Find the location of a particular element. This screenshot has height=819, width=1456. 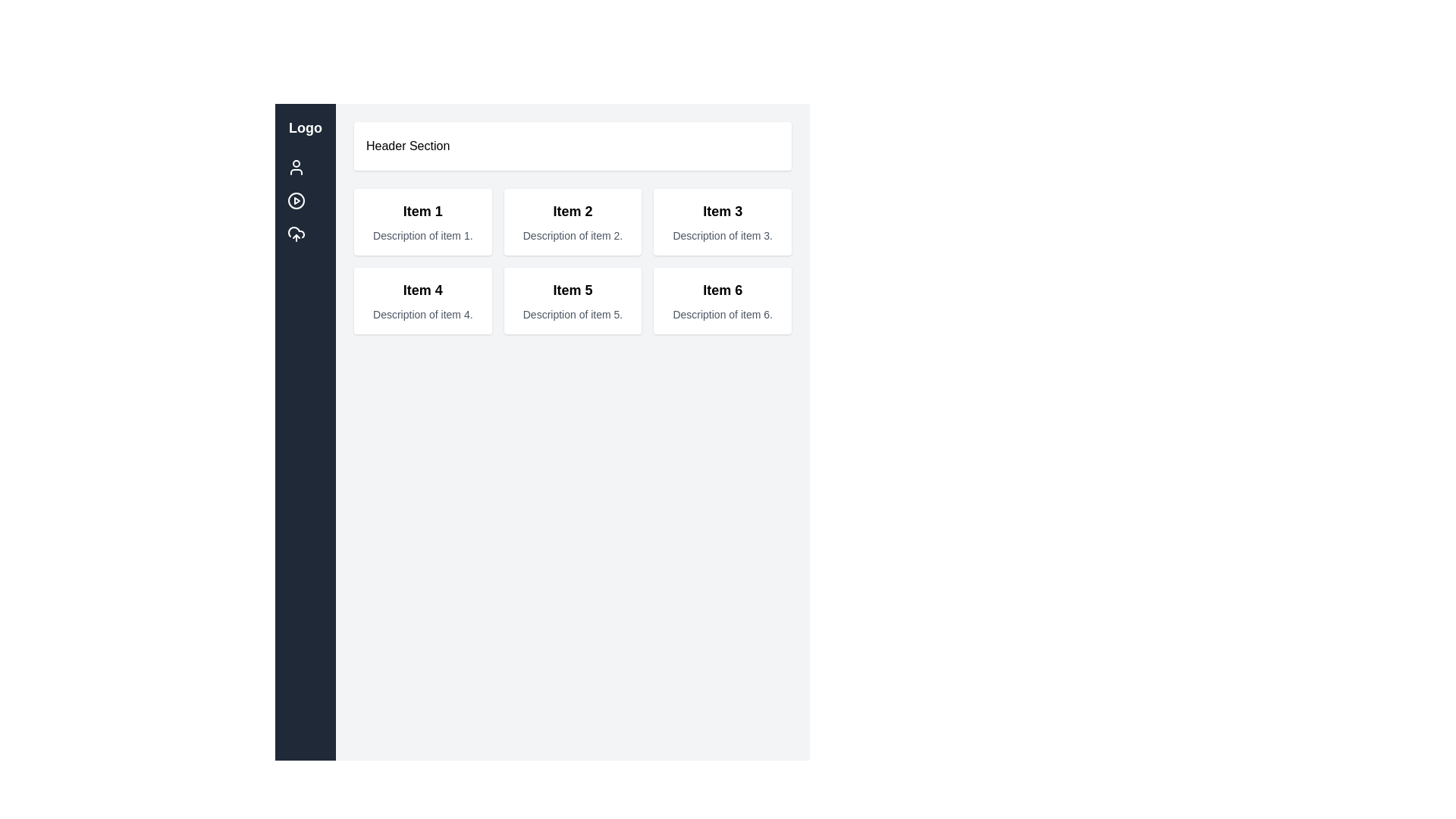

descriptive text label for 'Item 6' located below the bold 'Item 6' text in the sixth box of the grid layout is located at coordinates (722, 314).